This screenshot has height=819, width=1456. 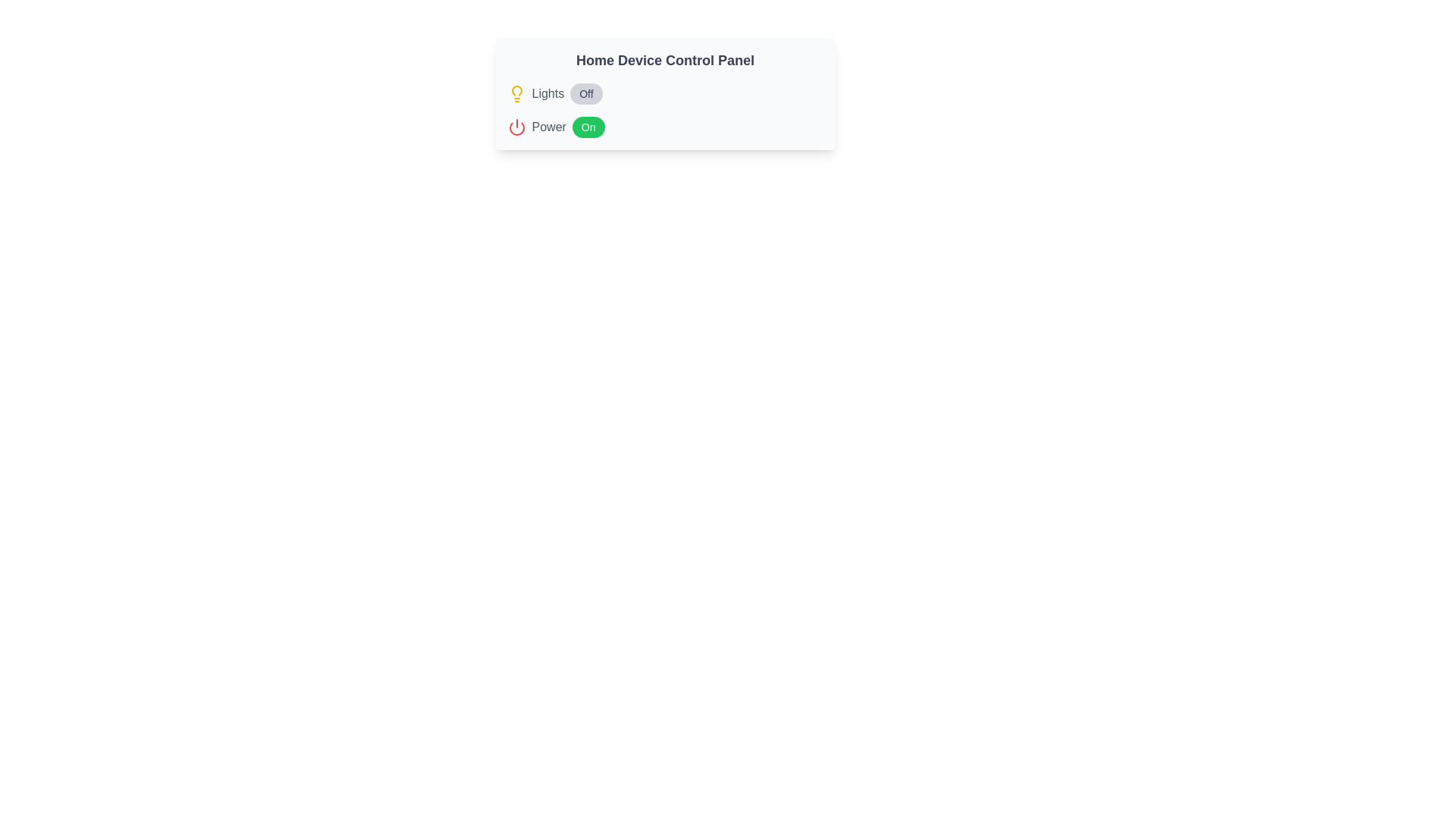 What do you see at coordinates (665, 127) in the screenshot?
I see `the green 'On' button in the State indicator and control row labeled 'Power'` at bounding box center [665, 127].